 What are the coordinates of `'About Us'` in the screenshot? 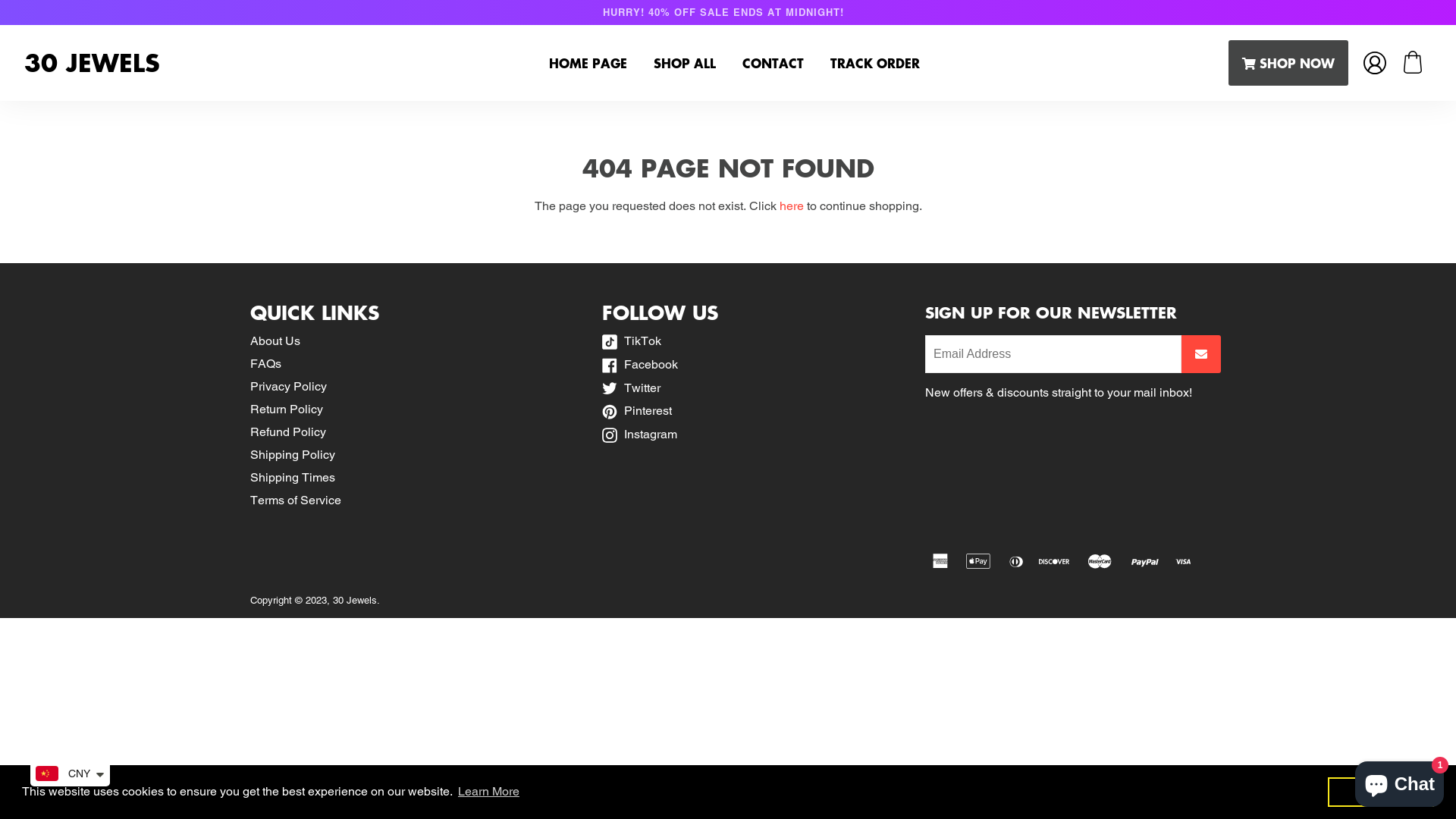 It's located at (250, 340).